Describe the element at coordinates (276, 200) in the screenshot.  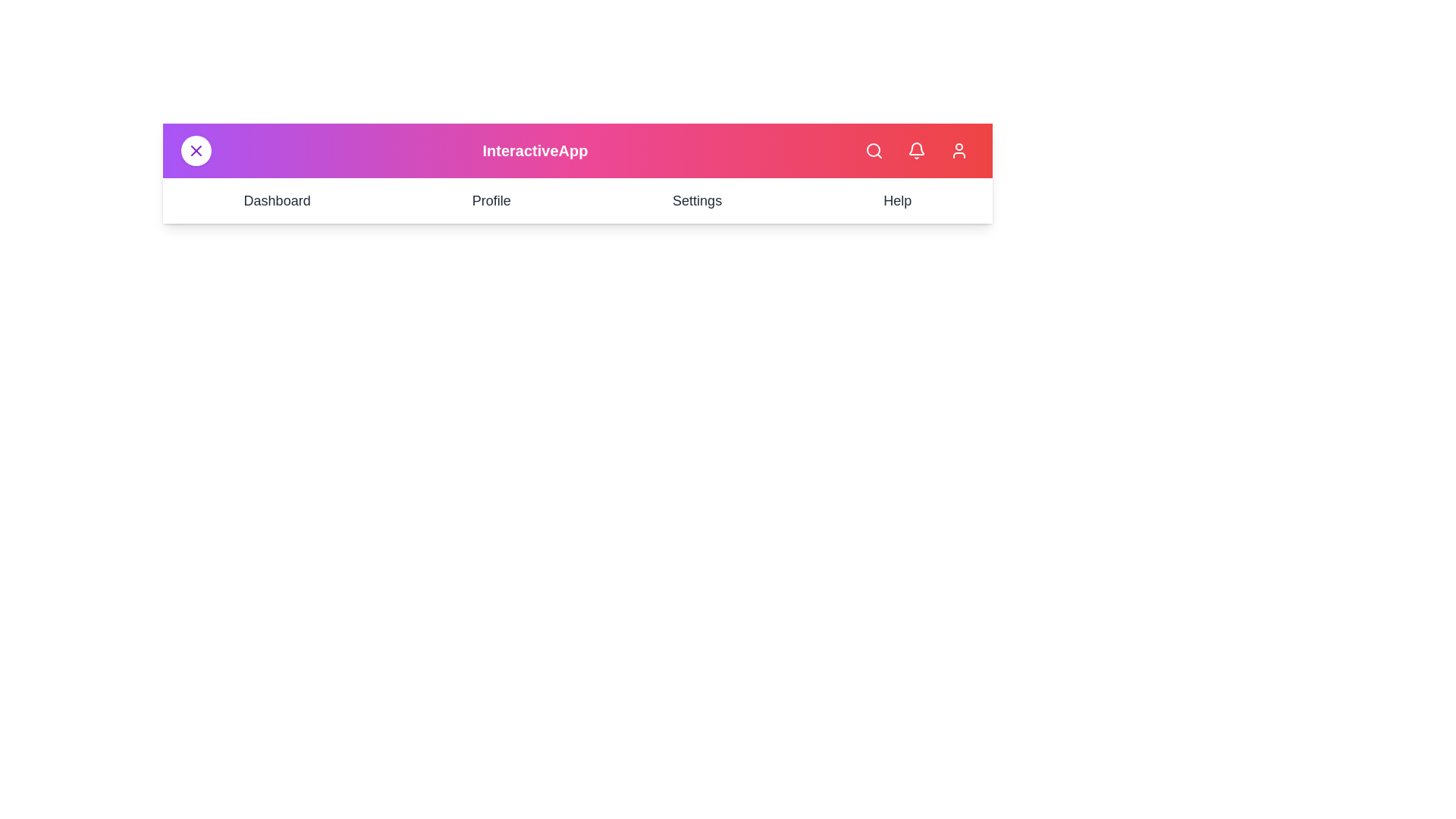
I see `the Dashboard navigation item` at that location.